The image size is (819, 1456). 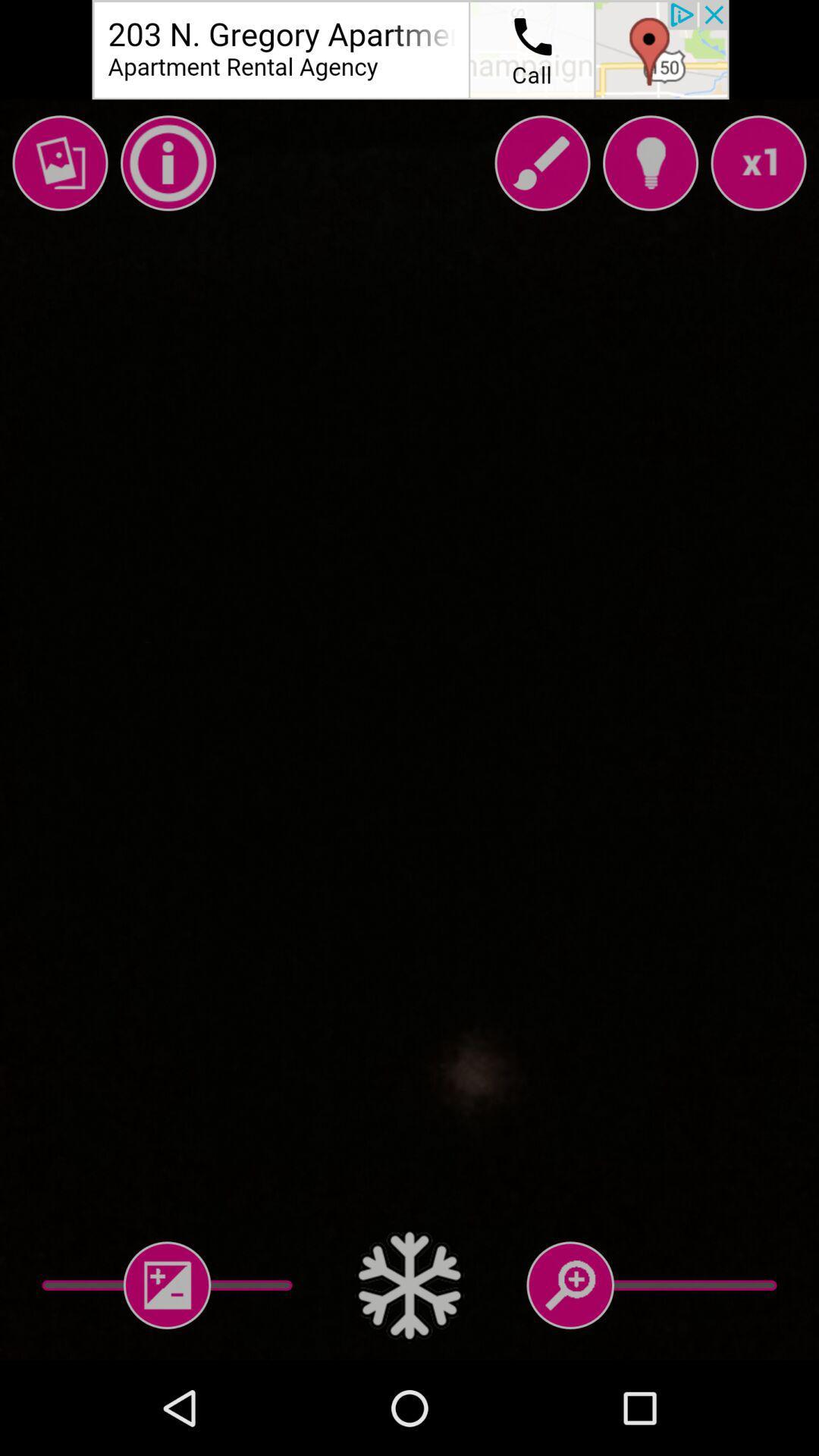 What do you see at coordinates (649, 163) in the screenshot?
I see `the avatar icon` at bounding box center [649, 163].